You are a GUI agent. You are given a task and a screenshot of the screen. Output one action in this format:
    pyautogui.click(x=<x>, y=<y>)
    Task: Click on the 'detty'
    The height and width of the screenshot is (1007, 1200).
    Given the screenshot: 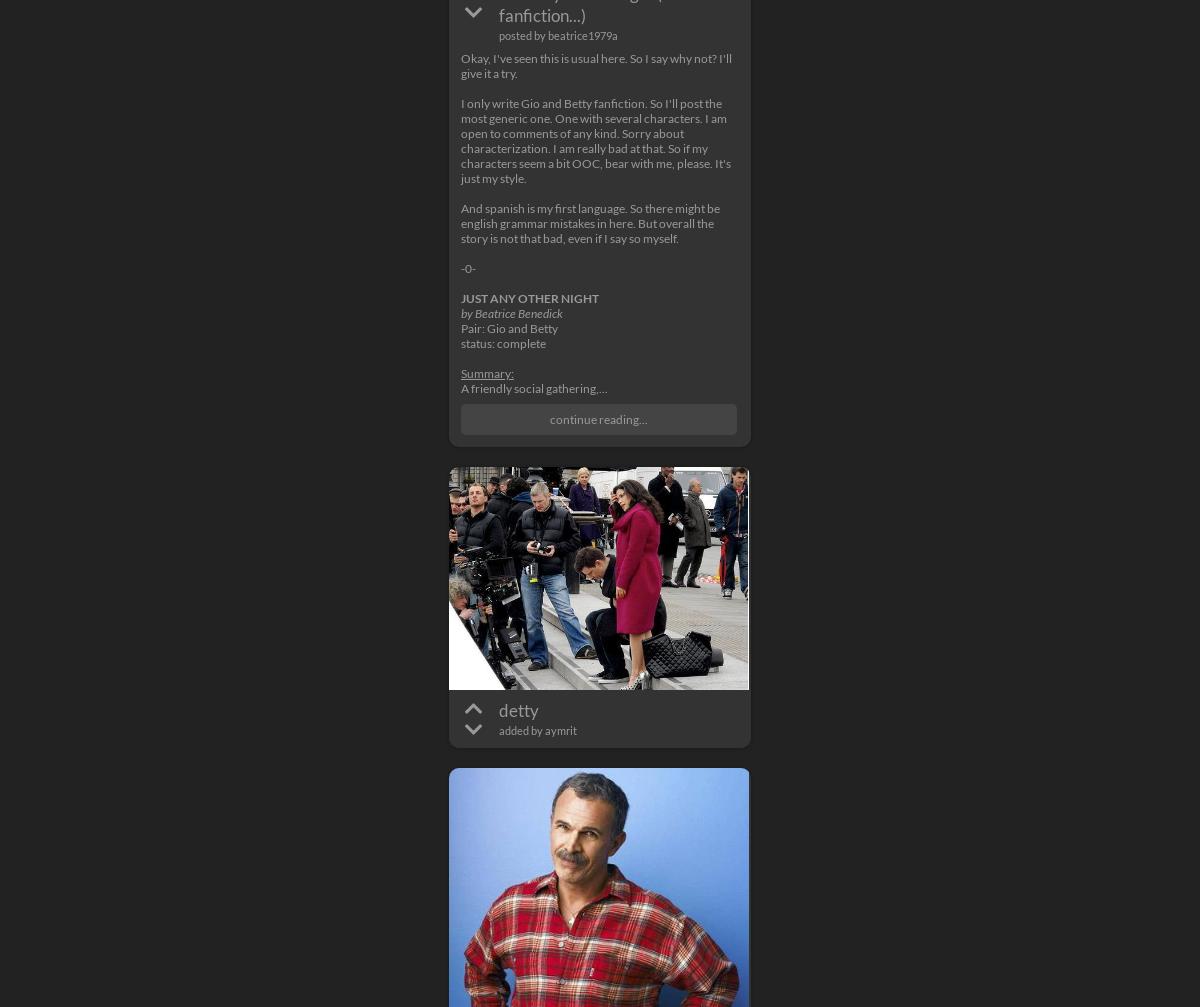 What is the action you would take?
    pyautogui.click(x=497, y=708)
    